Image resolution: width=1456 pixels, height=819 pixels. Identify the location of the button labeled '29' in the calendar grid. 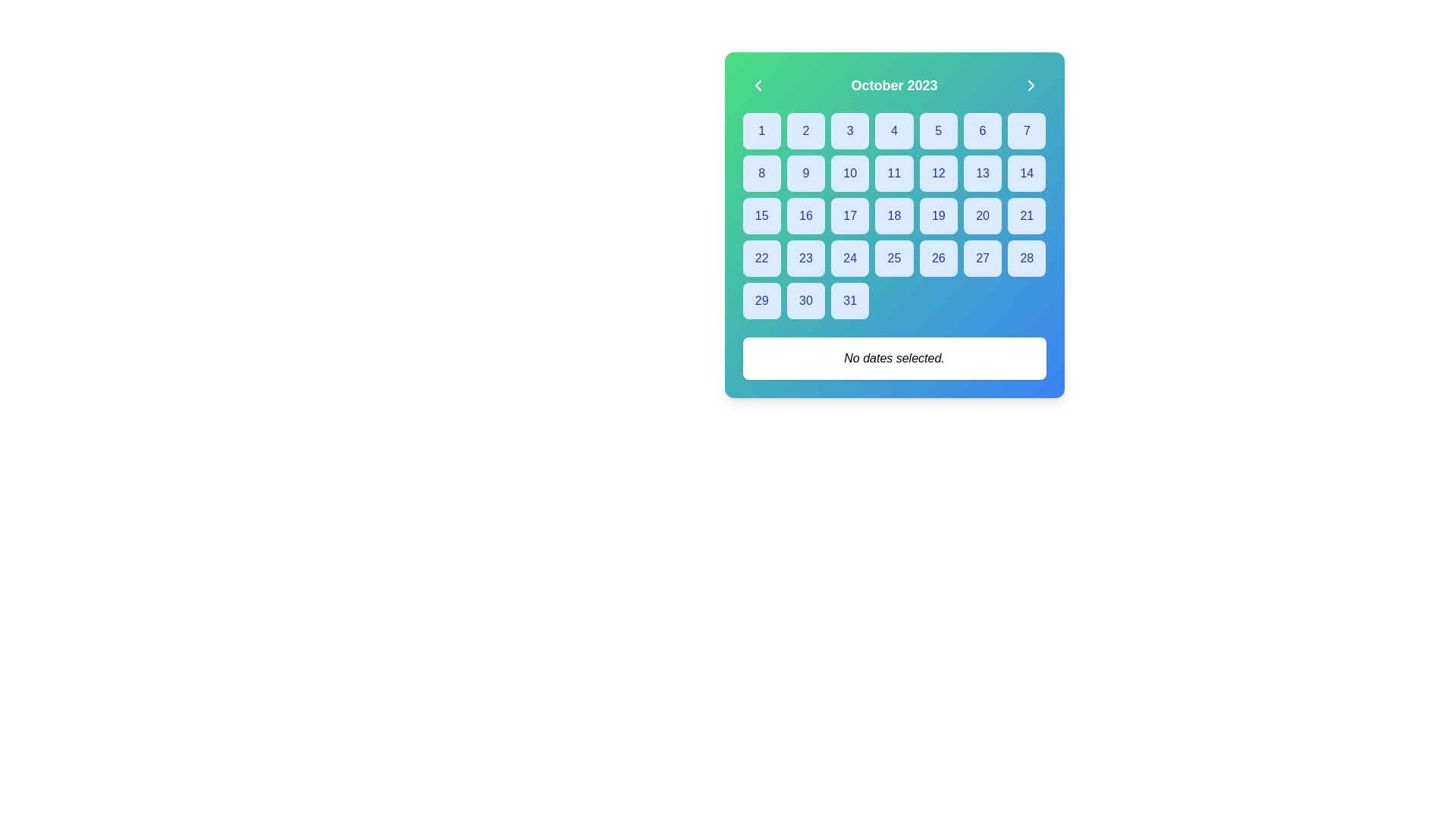
(761, 301).